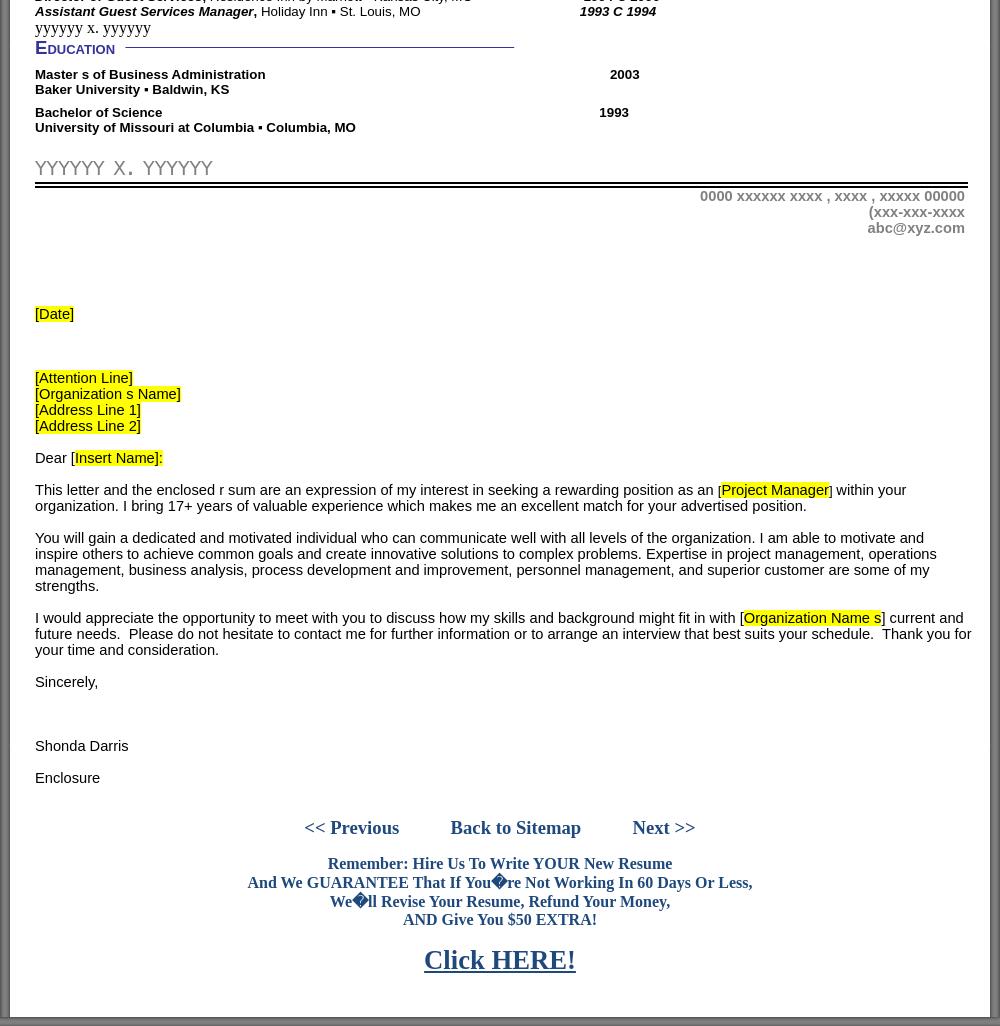 Image resolution: width=1000 pixels, height=1026 pixels. What do you see at coordinates (146, 127) in the screenshot?
I see `'University
of Missouri at Columbia'` at bounding box center [146, 127].